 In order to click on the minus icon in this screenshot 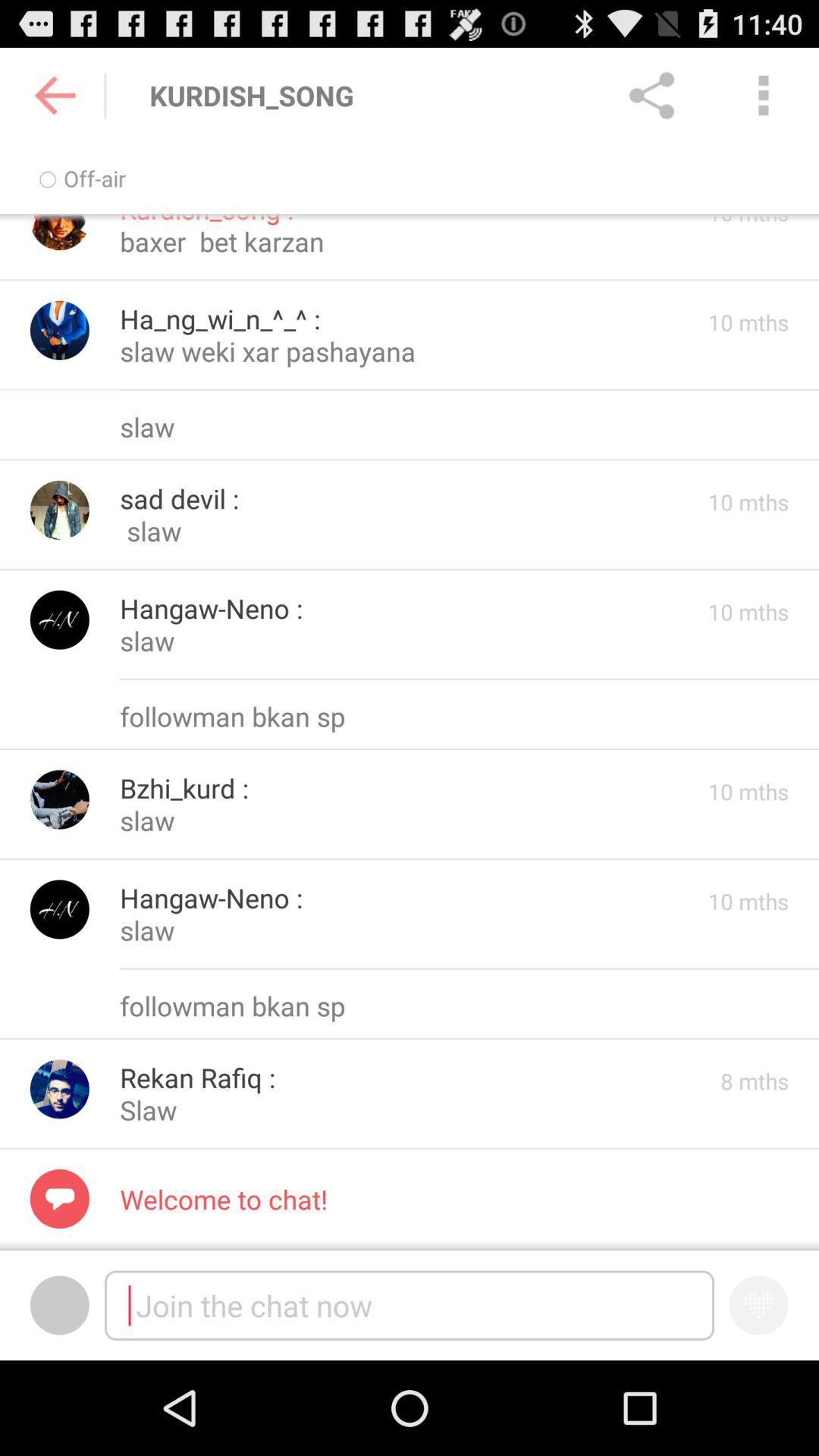, I will do `click(495, 742)`.